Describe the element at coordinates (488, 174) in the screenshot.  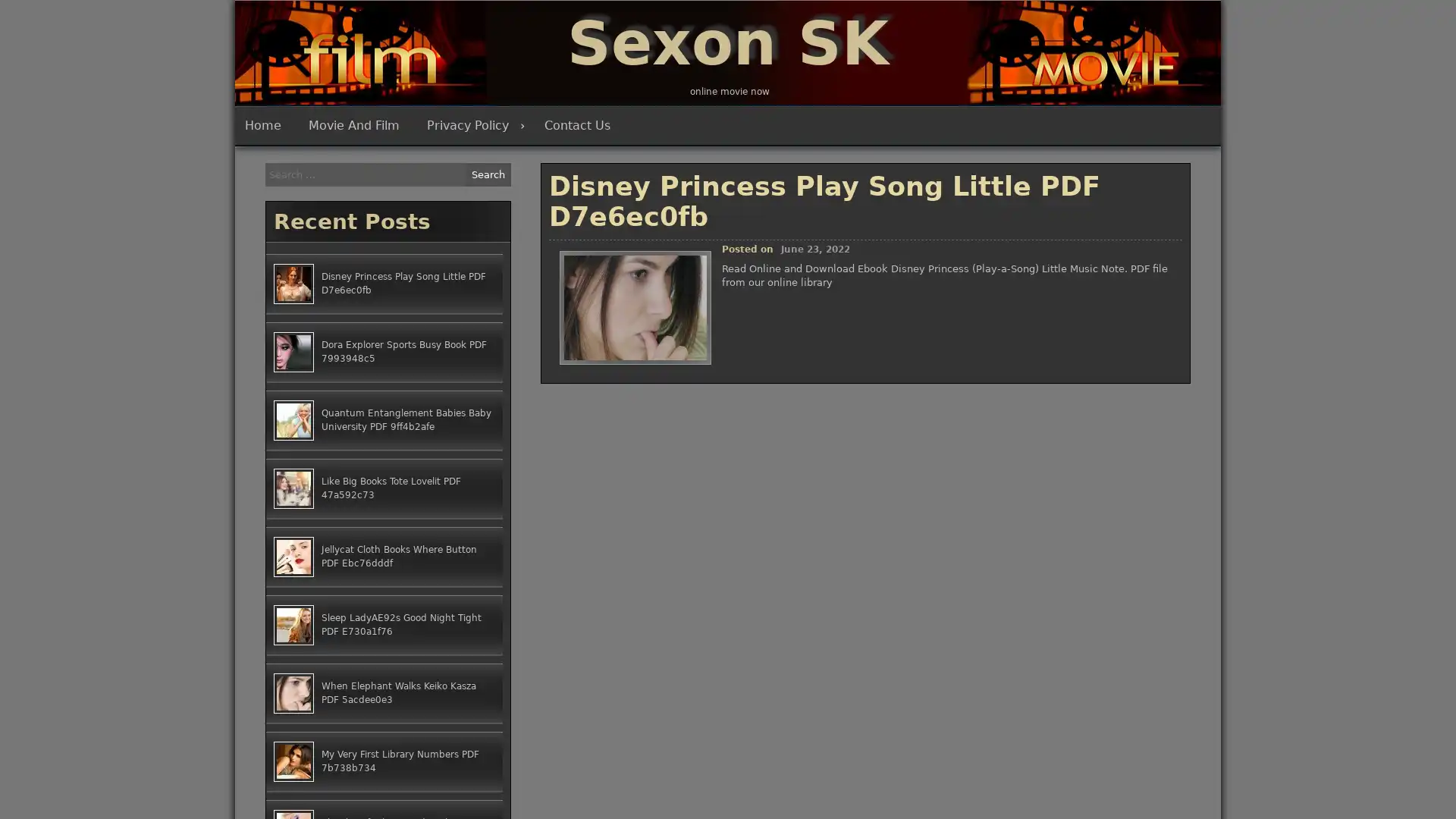
I see `Search` at that location.